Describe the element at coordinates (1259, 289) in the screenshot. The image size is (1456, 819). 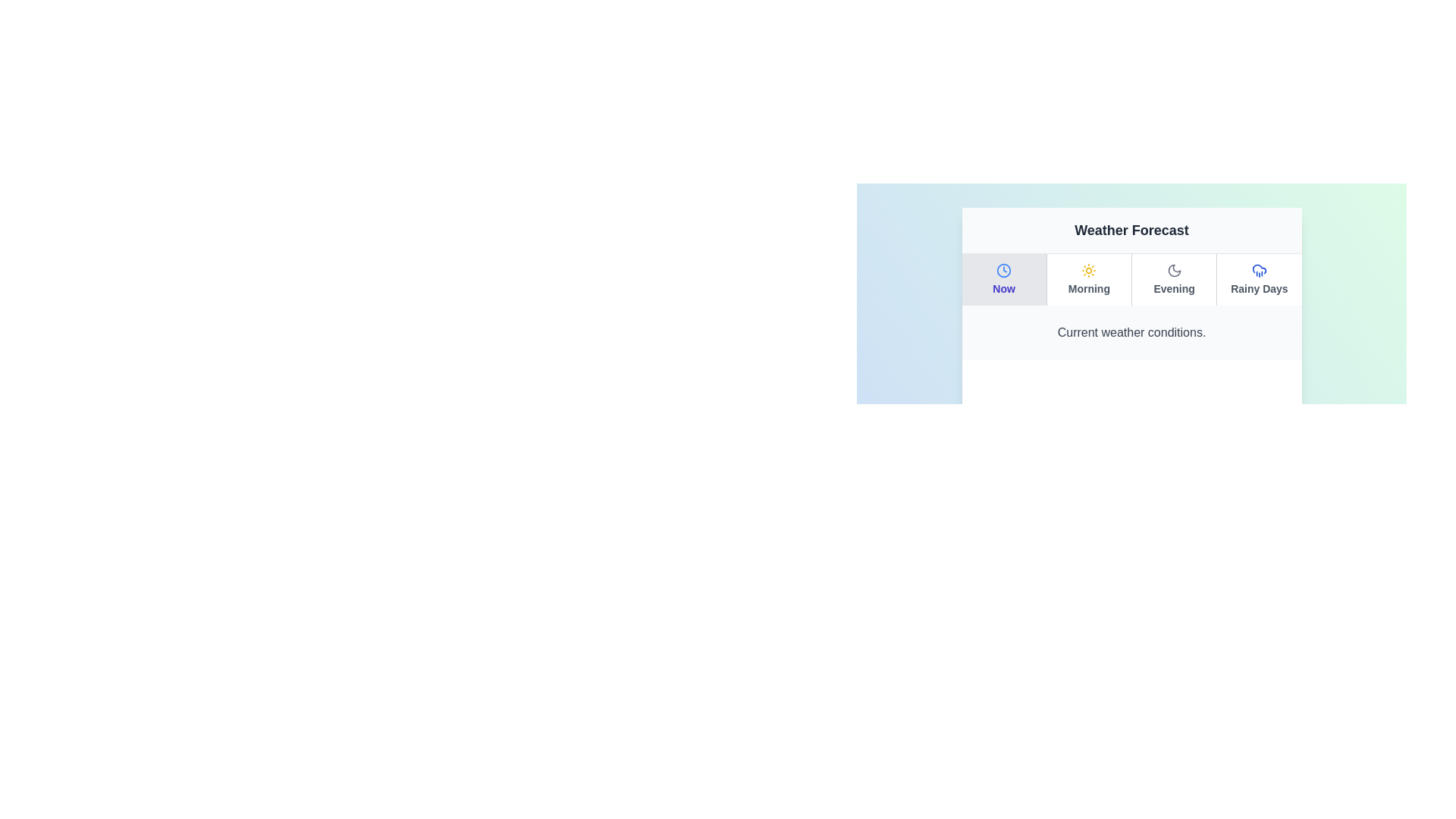
I see `the 'Rainy Days' text label in the weather options menu` at that location.